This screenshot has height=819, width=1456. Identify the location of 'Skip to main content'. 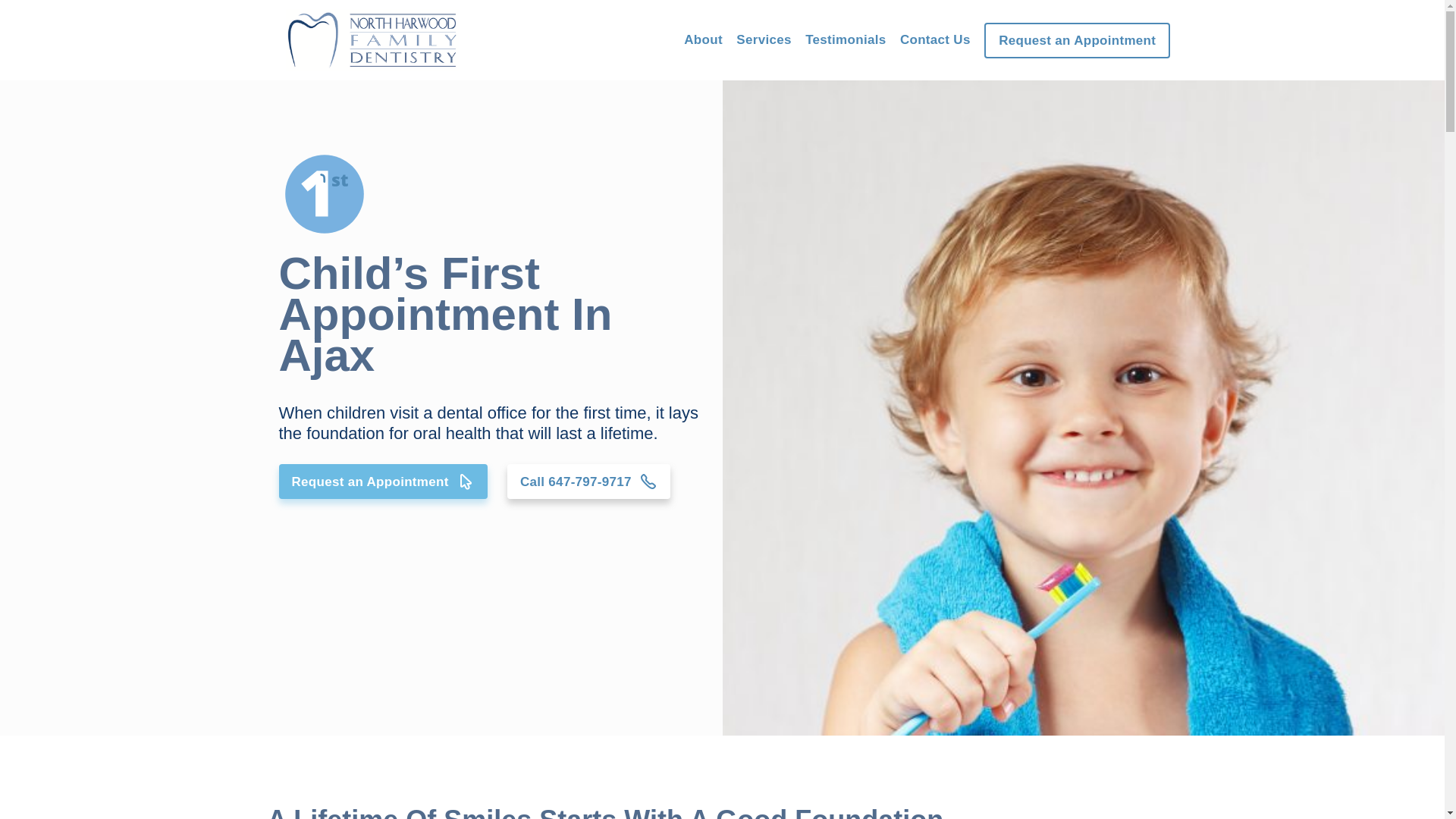
(0, 0).